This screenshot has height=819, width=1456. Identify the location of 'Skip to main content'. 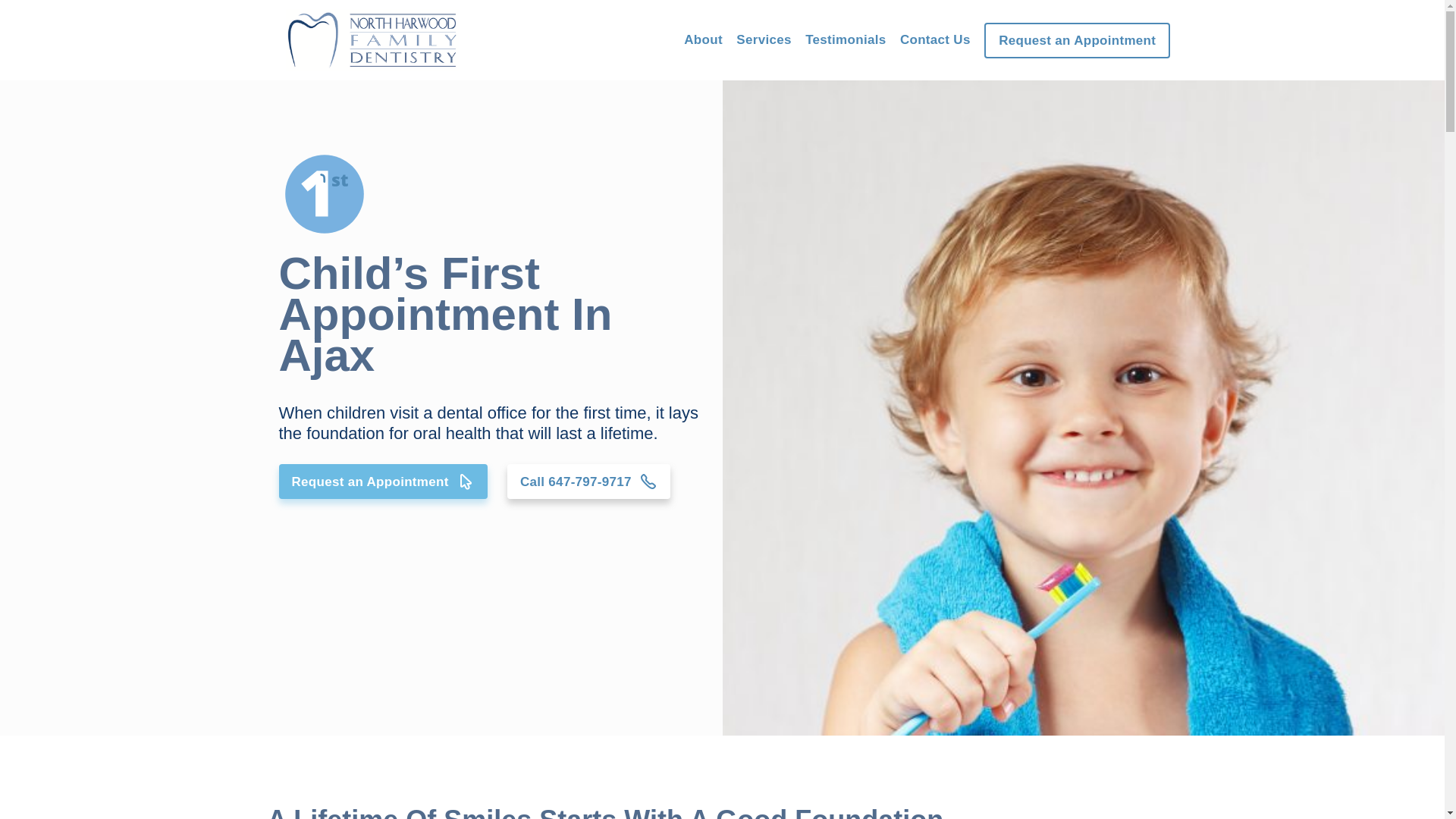
(0, 0).